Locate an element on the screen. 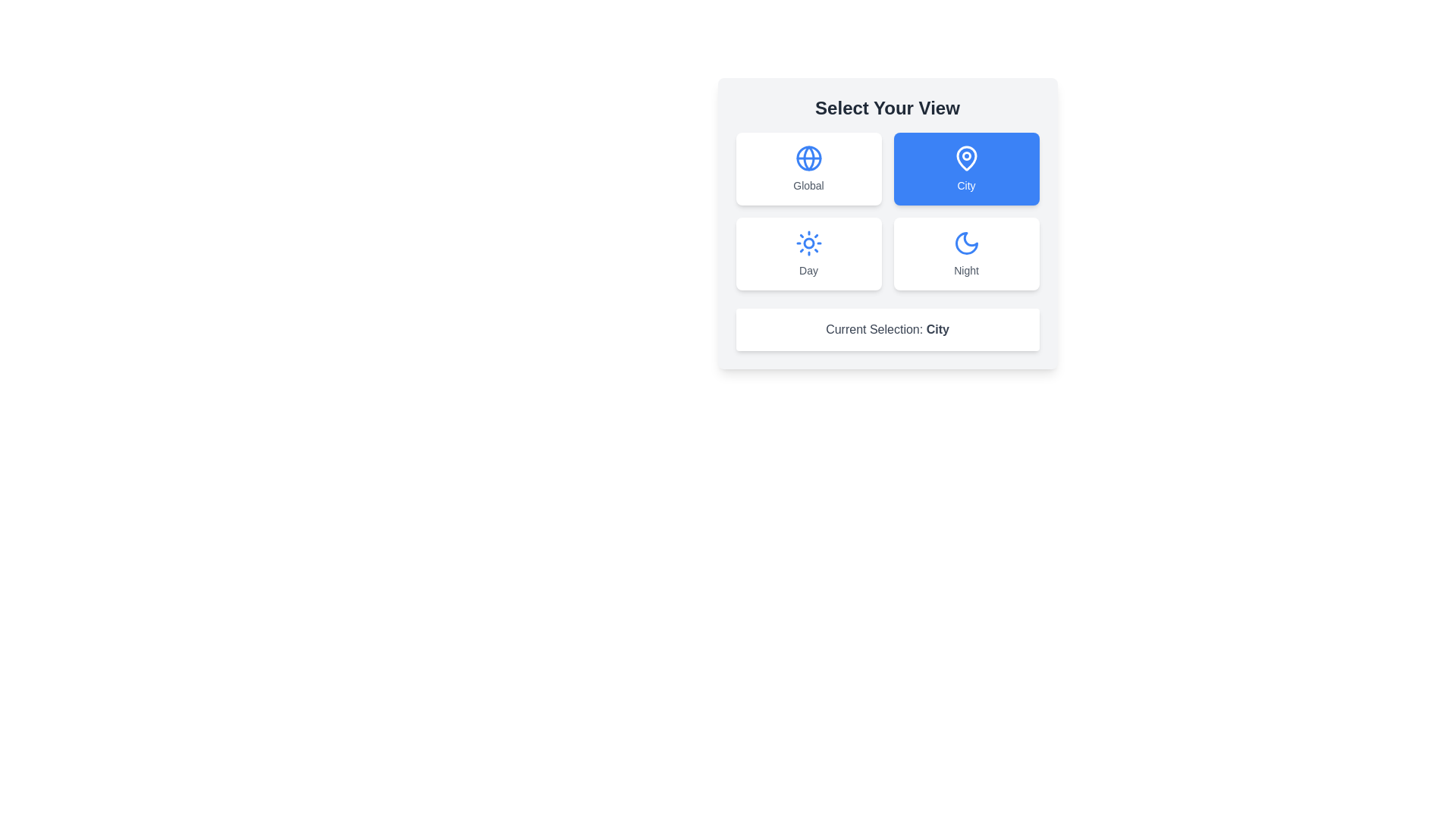 The height and width of the screenshot is (819, 1456). the 'Global' button with a white background and gray text in the 'Select Your View' section is located at coordinates (808, 169).